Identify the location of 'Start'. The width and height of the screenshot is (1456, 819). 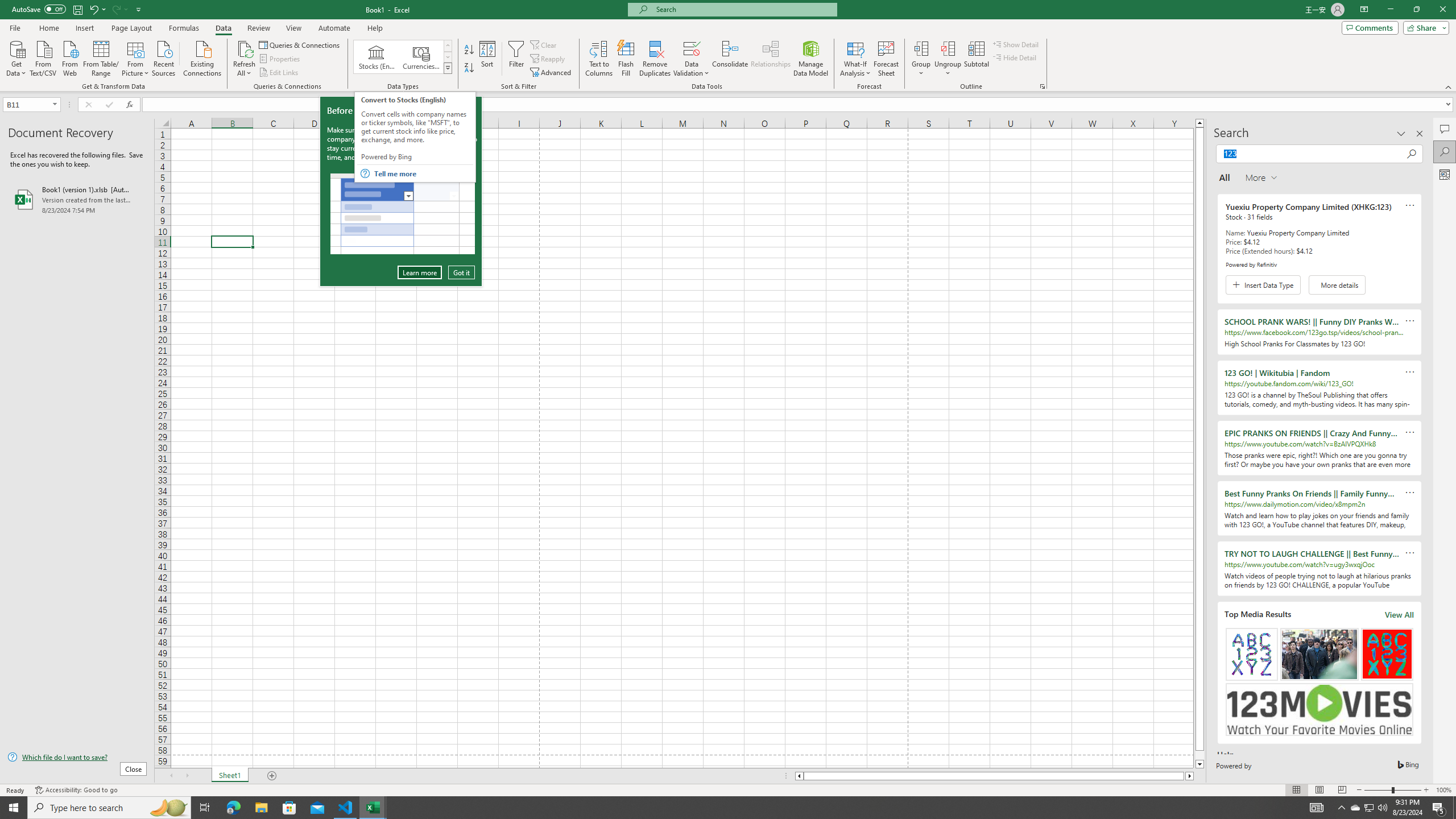
(14, 806).